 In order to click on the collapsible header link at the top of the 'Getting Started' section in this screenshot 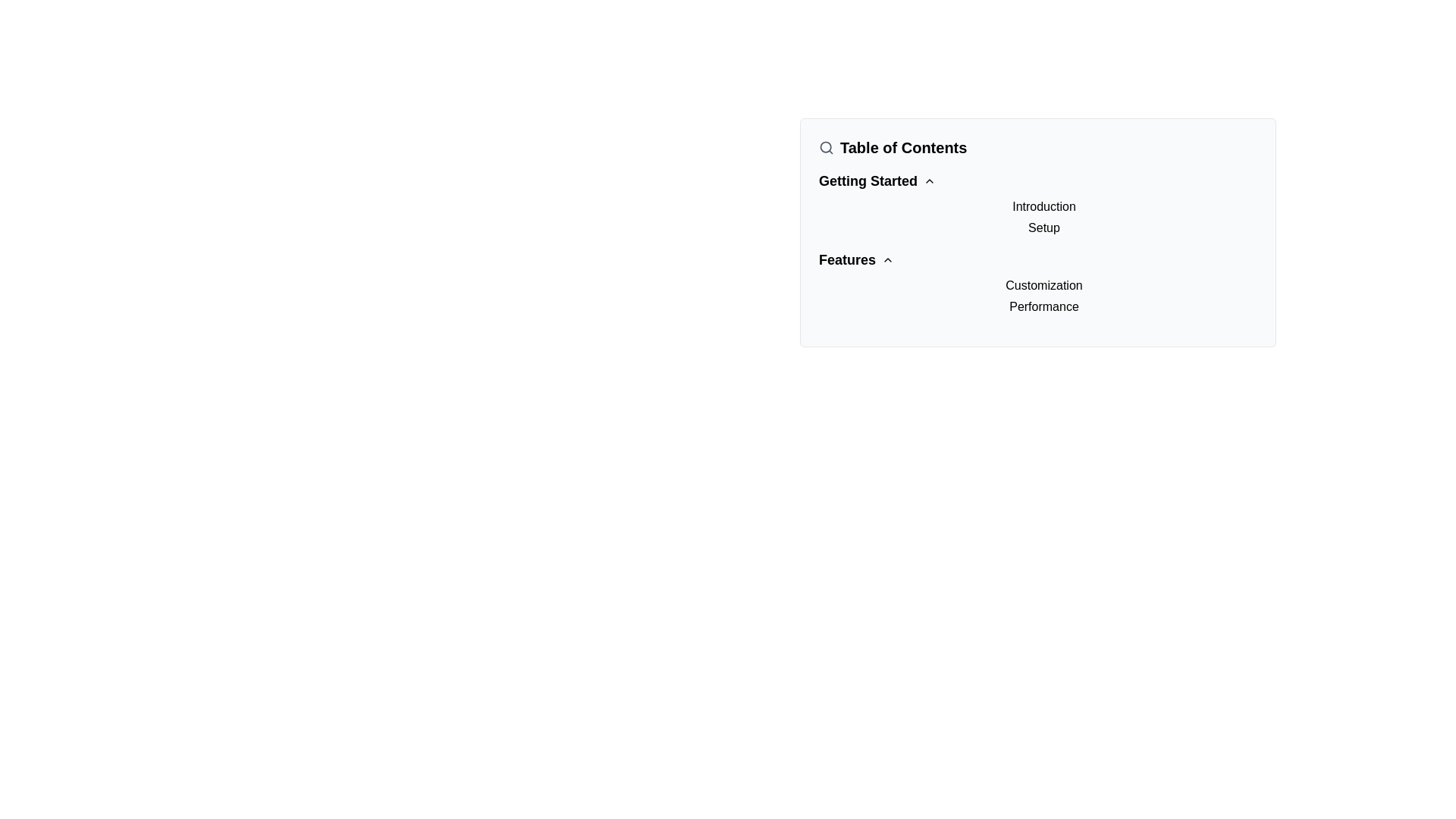, I will do `click(877, 180)`.